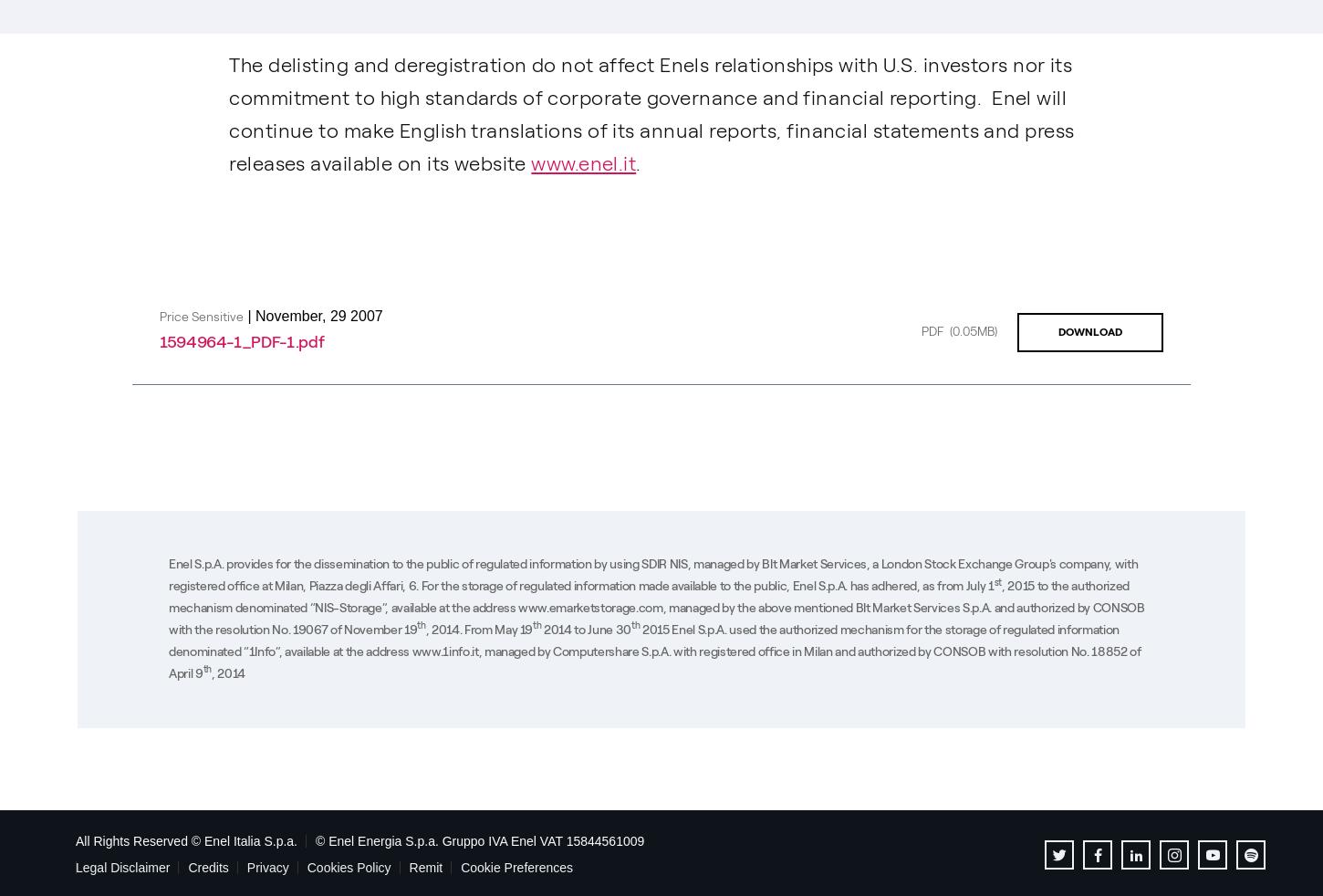 This screenshot has height=896, width=1323. I want to click on '|', so click(249, 314).